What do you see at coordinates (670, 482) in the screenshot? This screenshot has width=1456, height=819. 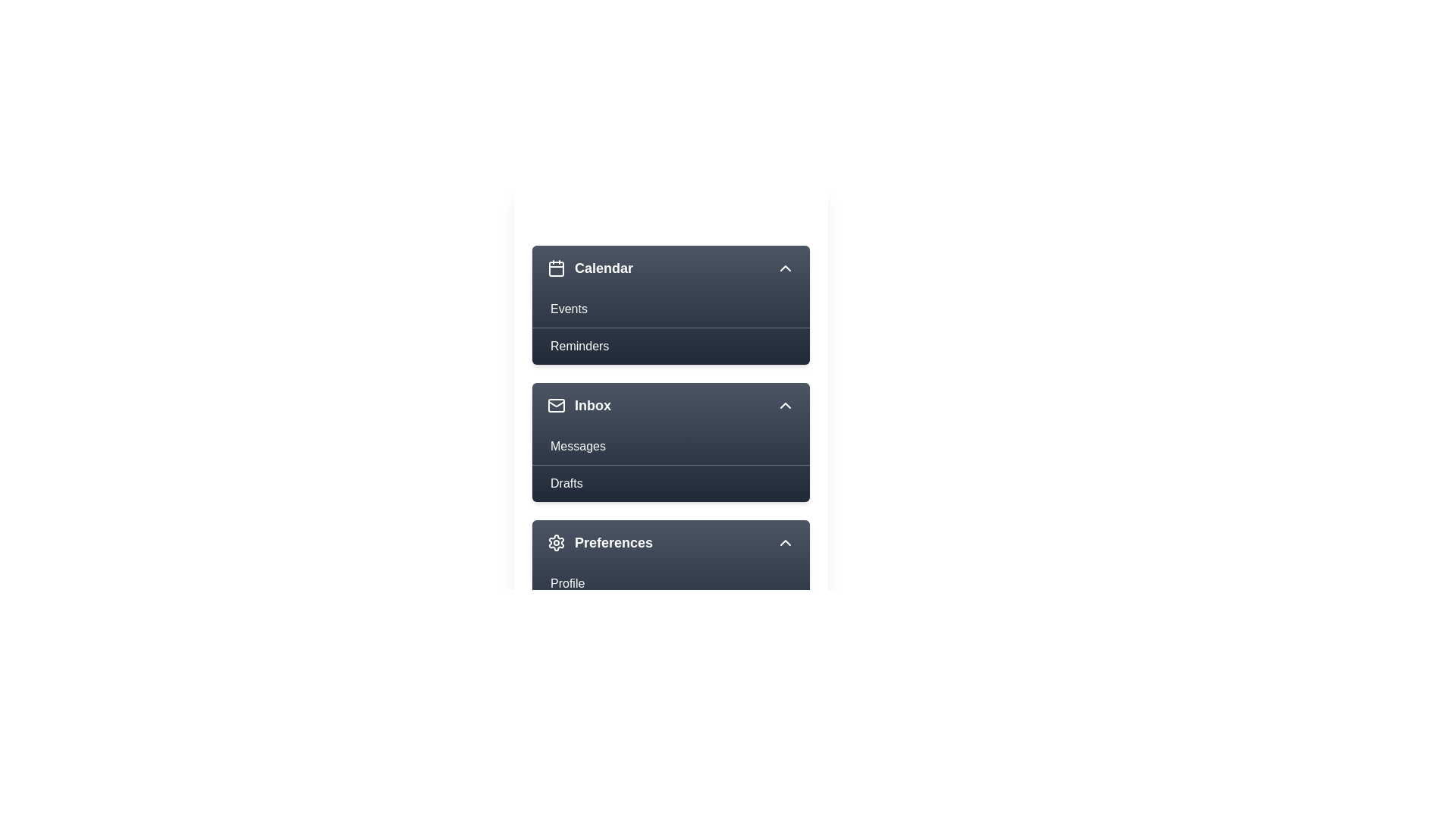 I see `the menu item Drafts from the section Inbox` at bounding box center [670, 482].